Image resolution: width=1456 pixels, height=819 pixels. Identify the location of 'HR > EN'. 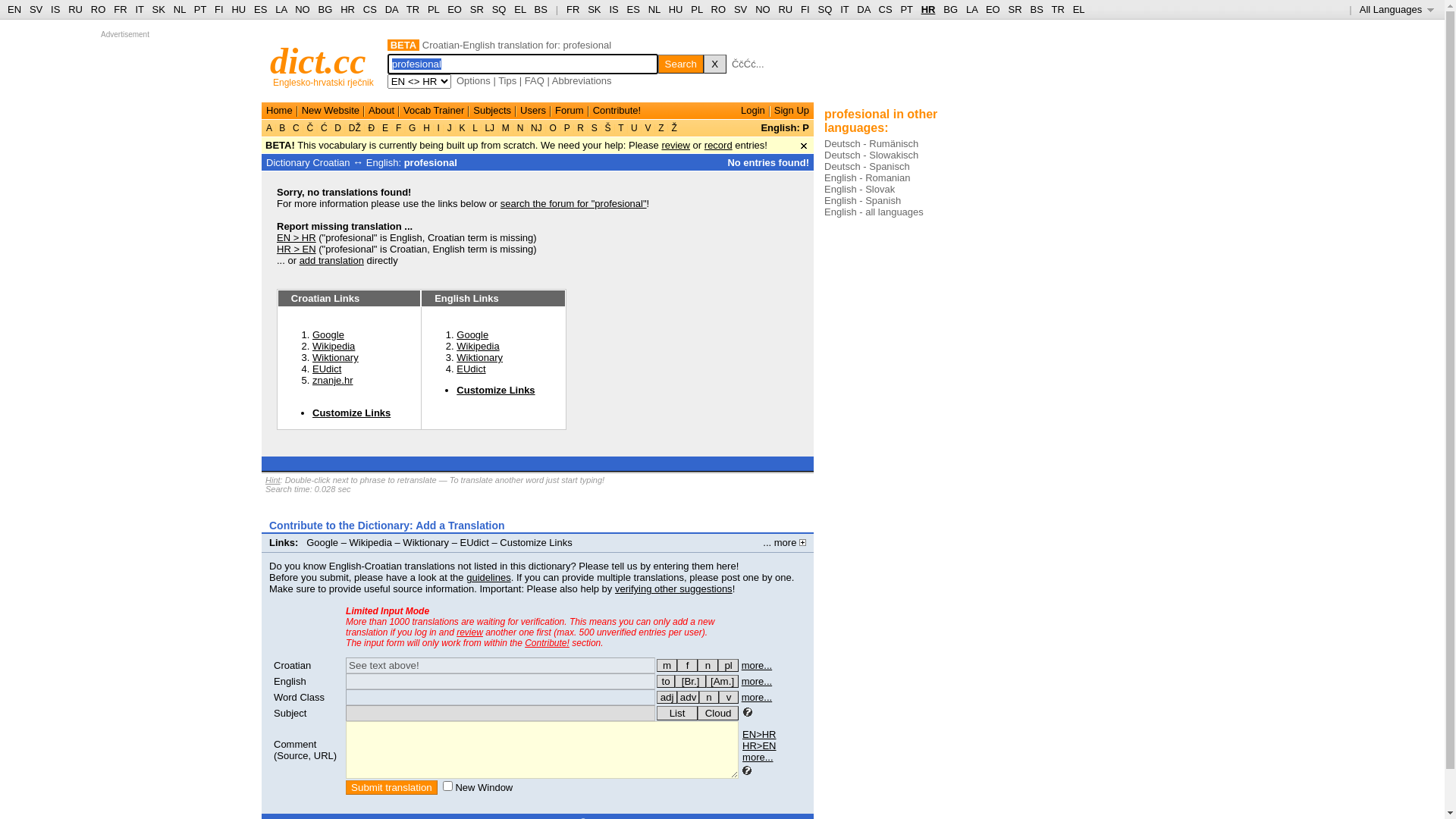
(296, 248).